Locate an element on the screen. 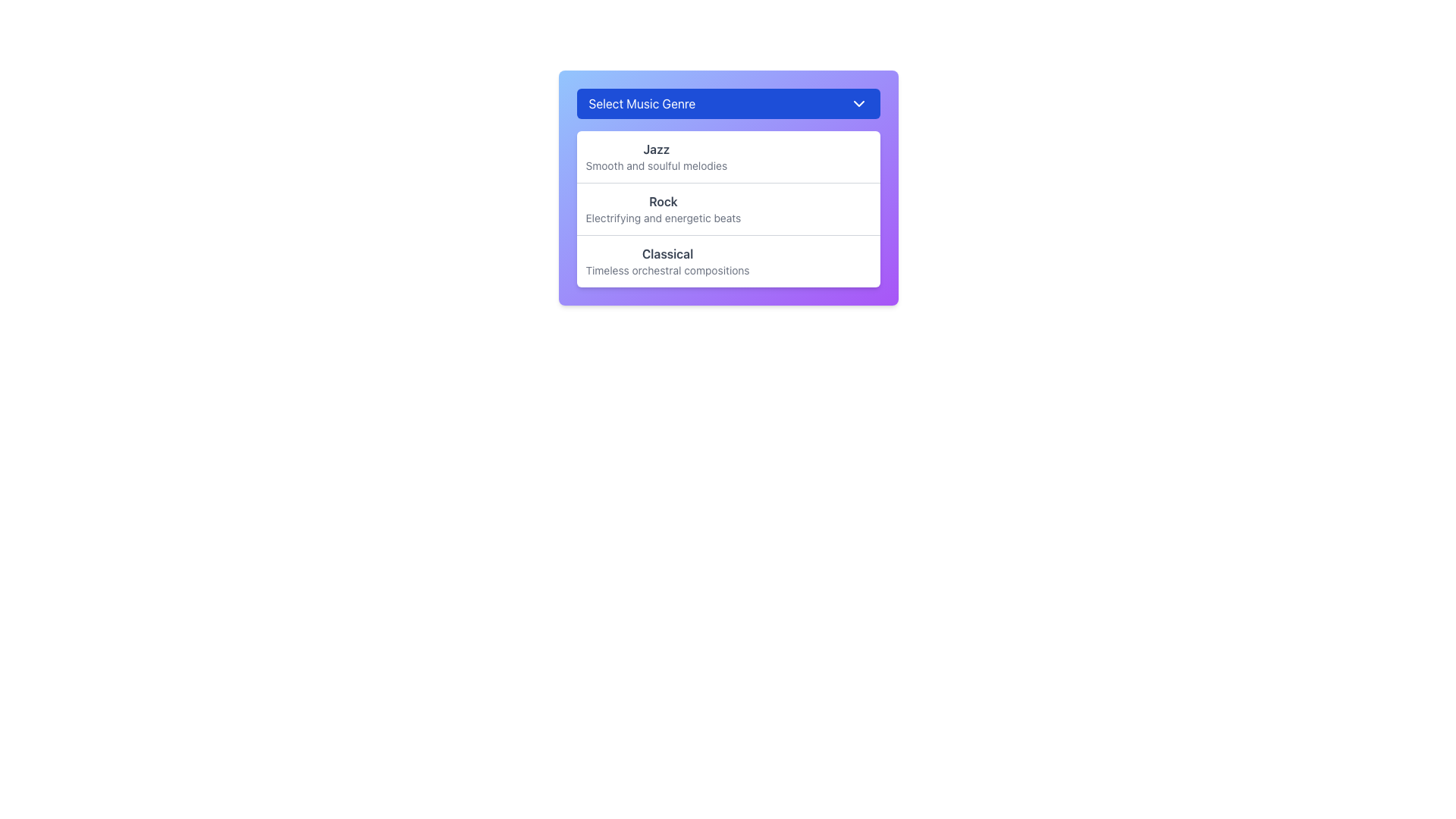  the text label that reads 'Smooth and soulful melodies' located under the 'Jazz' title in the dropdown menu is located at coordinates (656, 166).